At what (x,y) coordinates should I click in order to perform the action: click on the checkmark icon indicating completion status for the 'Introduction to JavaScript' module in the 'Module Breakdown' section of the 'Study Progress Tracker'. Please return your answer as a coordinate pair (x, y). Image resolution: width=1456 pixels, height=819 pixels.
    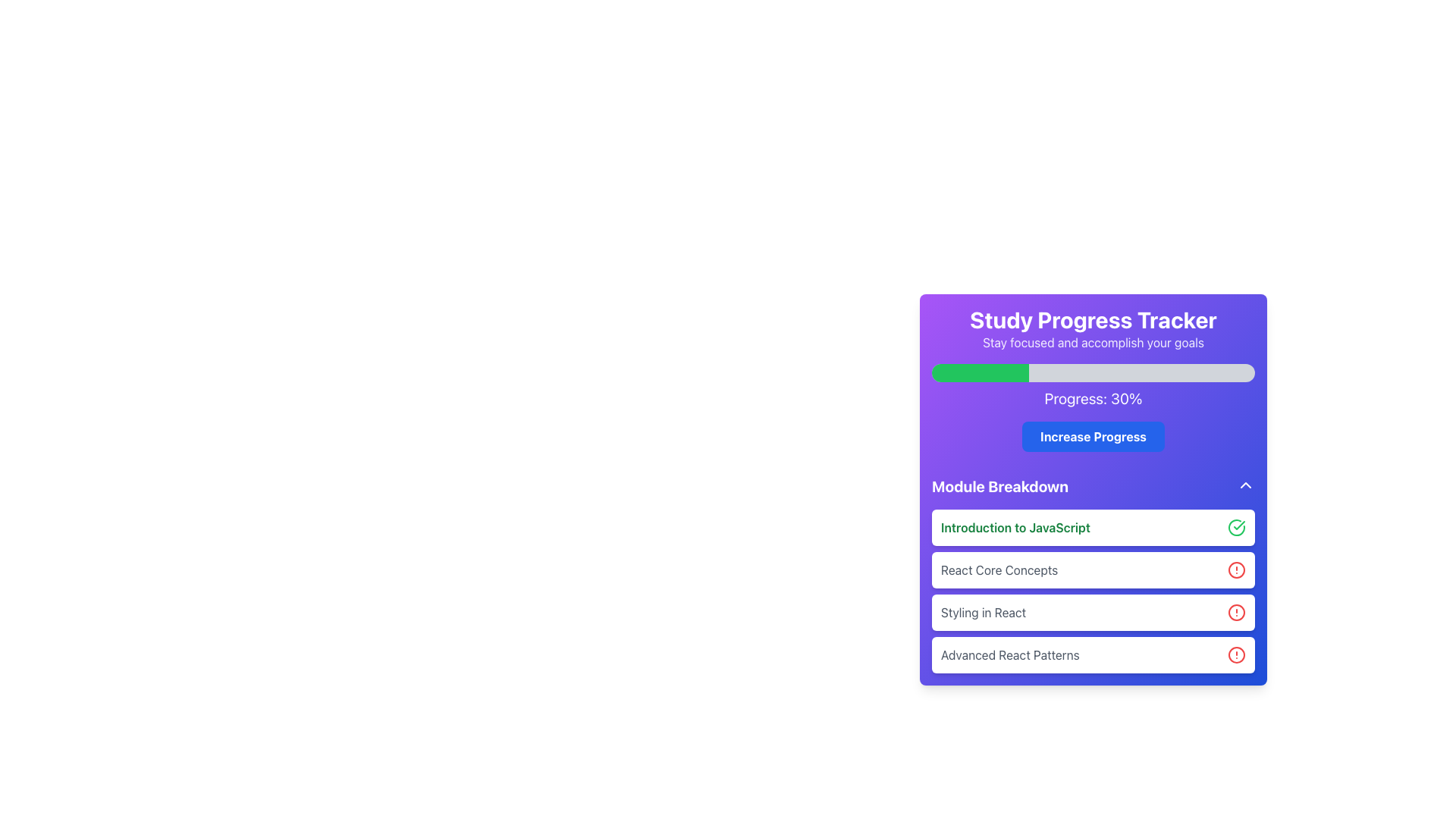
    Looking at the image, I should click on (1239, 525).